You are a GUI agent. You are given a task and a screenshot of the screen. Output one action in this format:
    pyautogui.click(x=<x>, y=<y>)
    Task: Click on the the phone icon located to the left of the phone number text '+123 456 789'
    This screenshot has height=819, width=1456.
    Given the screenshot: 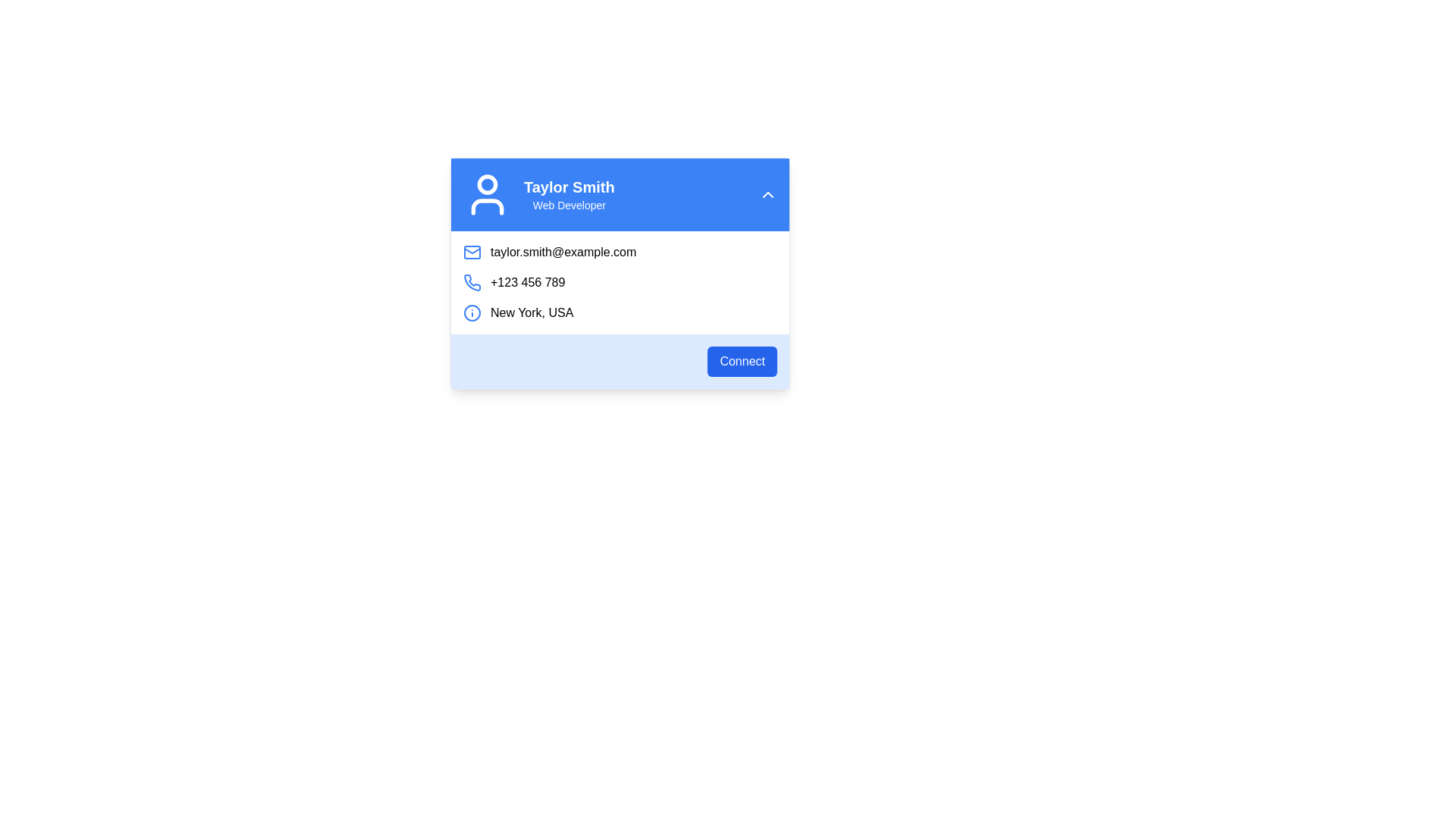 What is the action you would take?
    pyautogui.click(x=472, y=283)
    